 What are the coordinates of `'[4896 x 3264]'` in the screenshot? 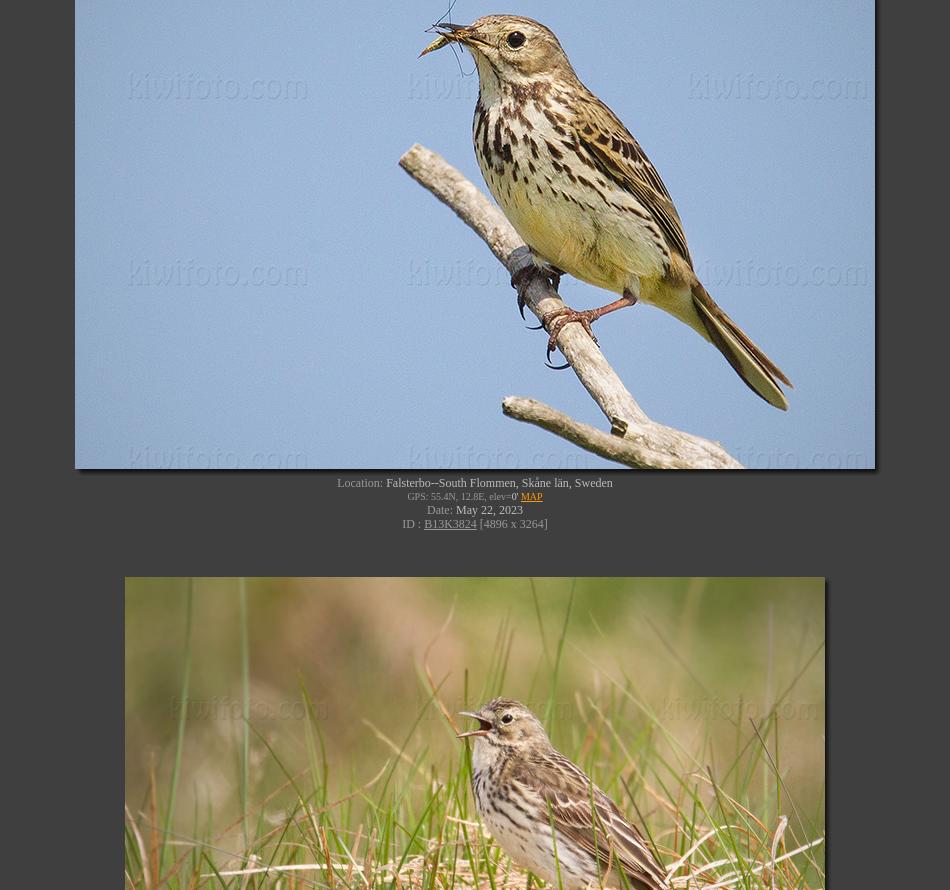 It's located at (511, 521).